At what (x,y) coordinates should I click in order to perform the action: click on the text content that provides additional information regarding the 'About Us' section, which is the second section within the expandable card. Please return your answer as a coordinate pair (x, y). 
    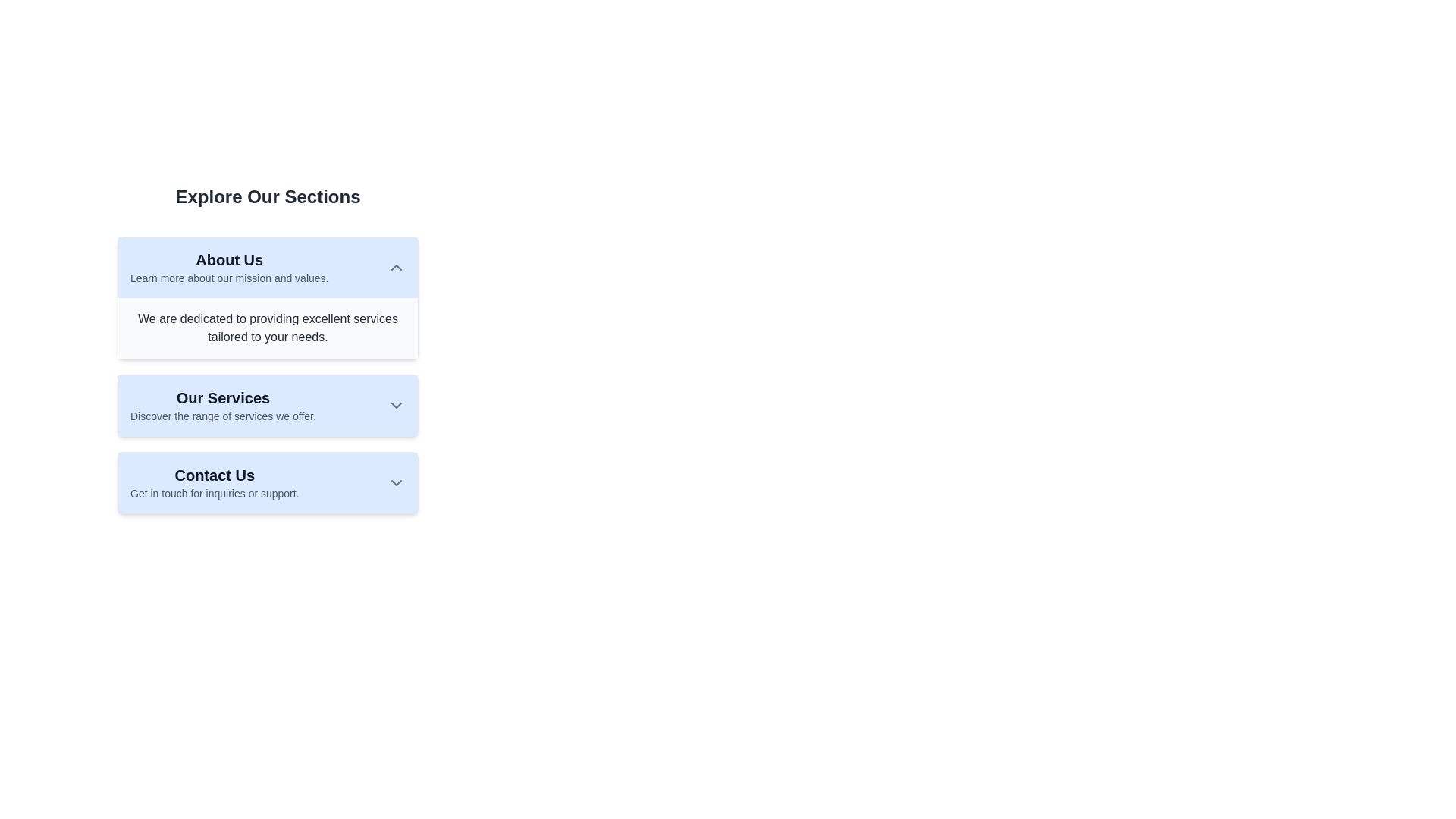
    Looking at the image, I should click on (268, 343).